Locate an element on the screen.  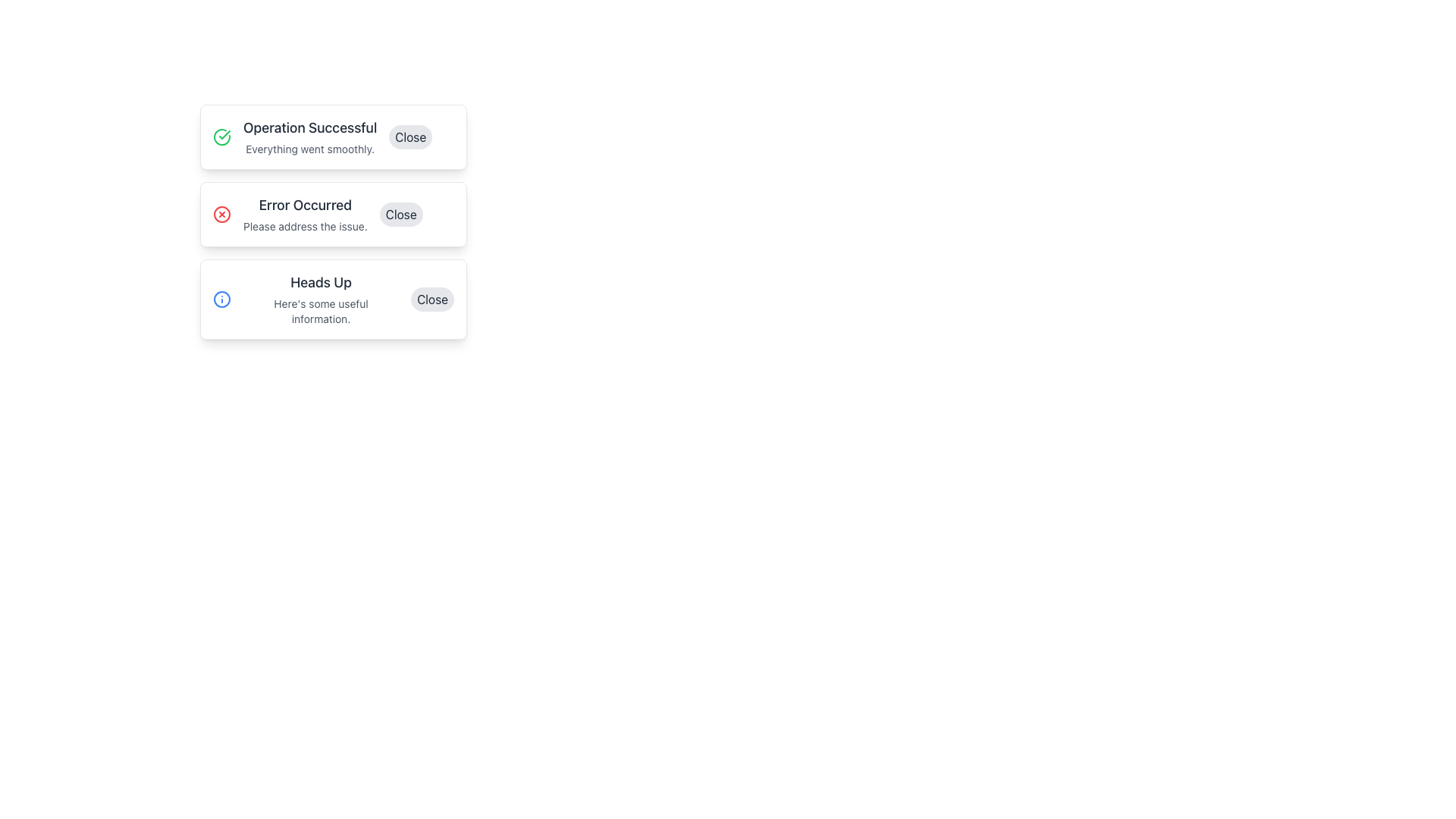
the descriptive message that provides additional details regarding the notification about the issue, which is located below the title 'Error Occurred' in the notification list is located at coordinates (304, 227).